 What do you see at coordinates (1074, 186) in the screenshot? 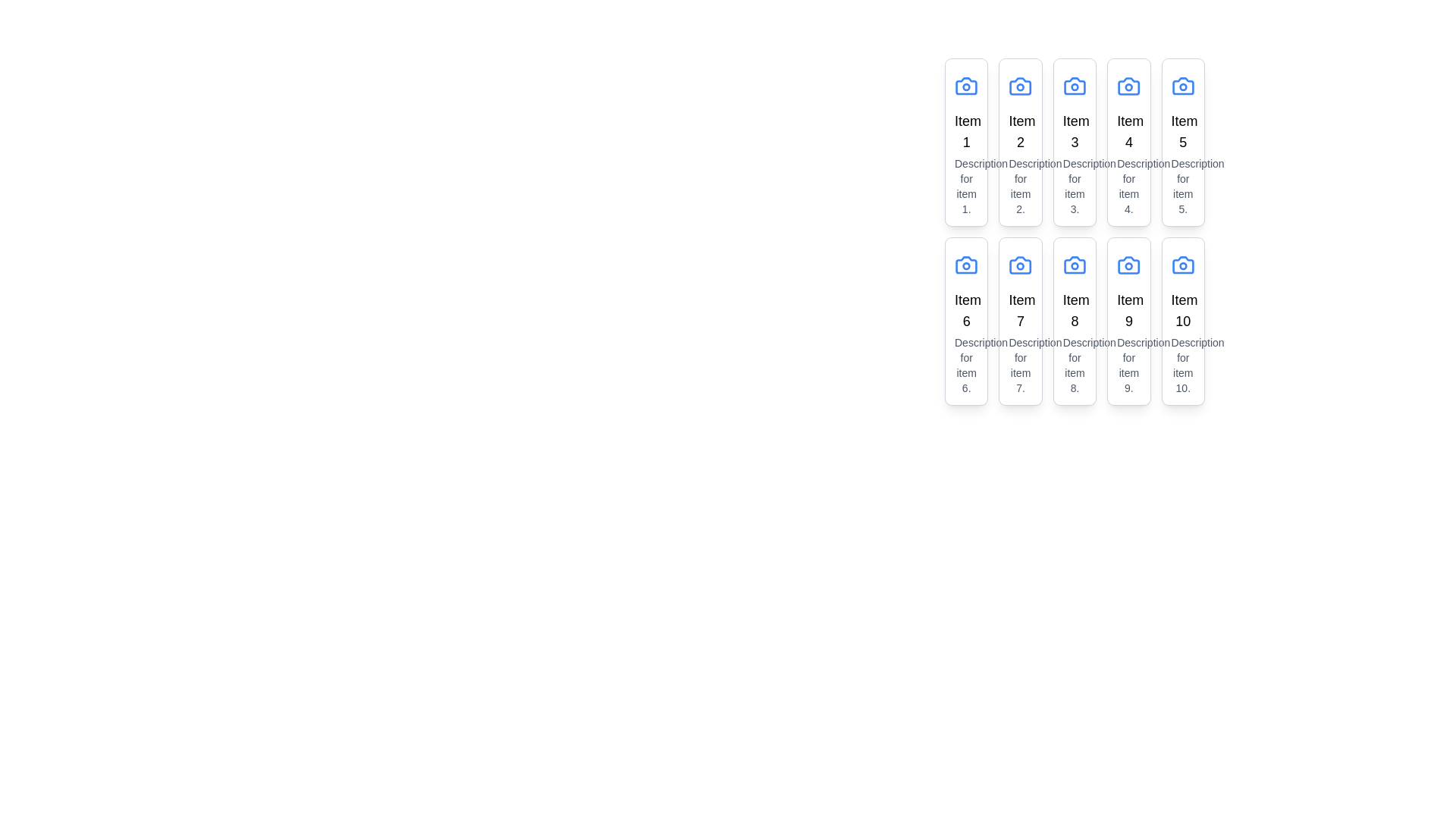
I see `the text block displaying 'Description for item 3.' located below the title 'Item 3' in the card at the first row and third column of the grid layout` at bounding box center [1074, 186].